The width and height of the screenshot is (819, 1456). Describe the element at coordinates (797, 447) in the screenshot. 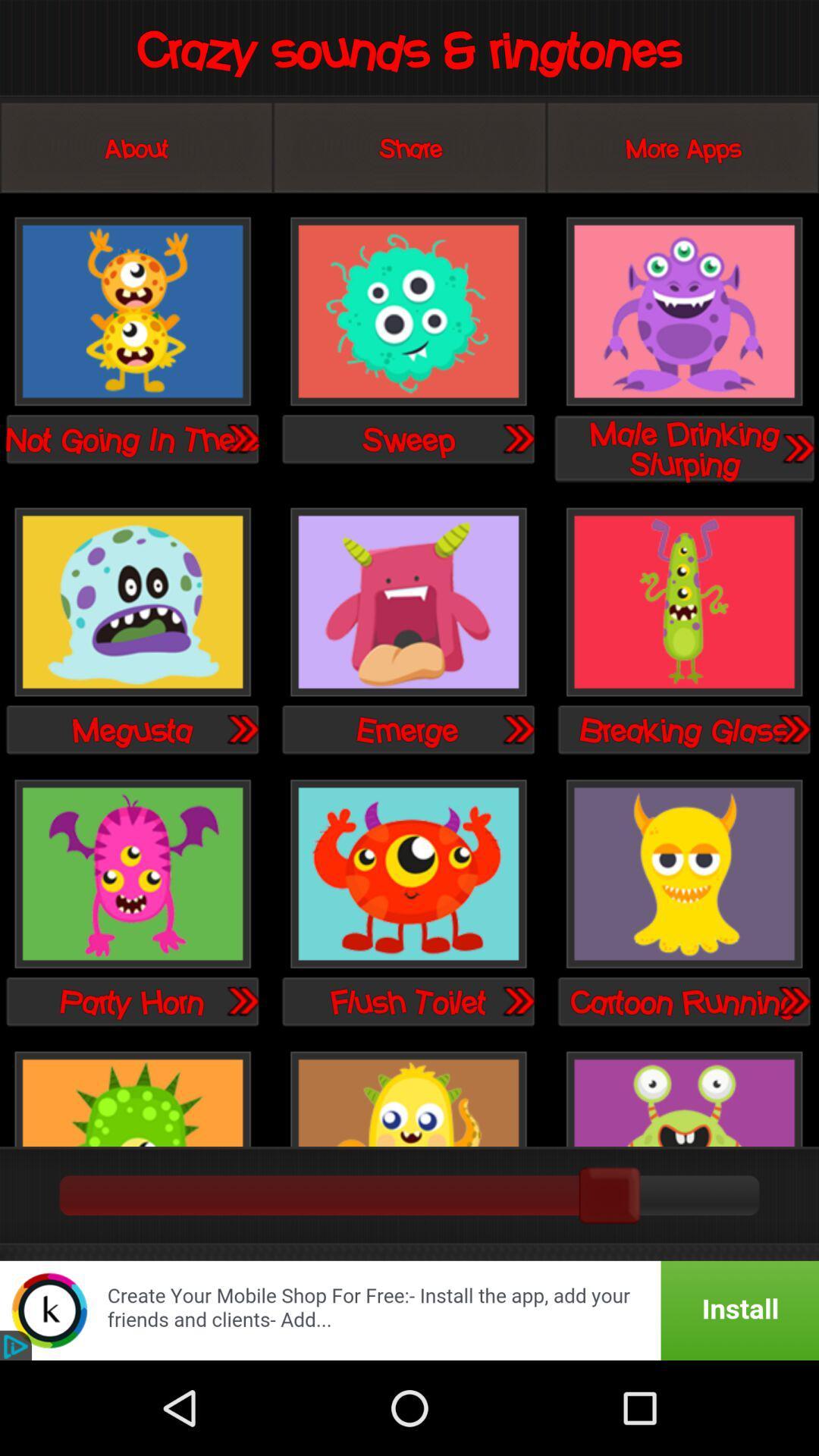

I see `scroll right` at that location.